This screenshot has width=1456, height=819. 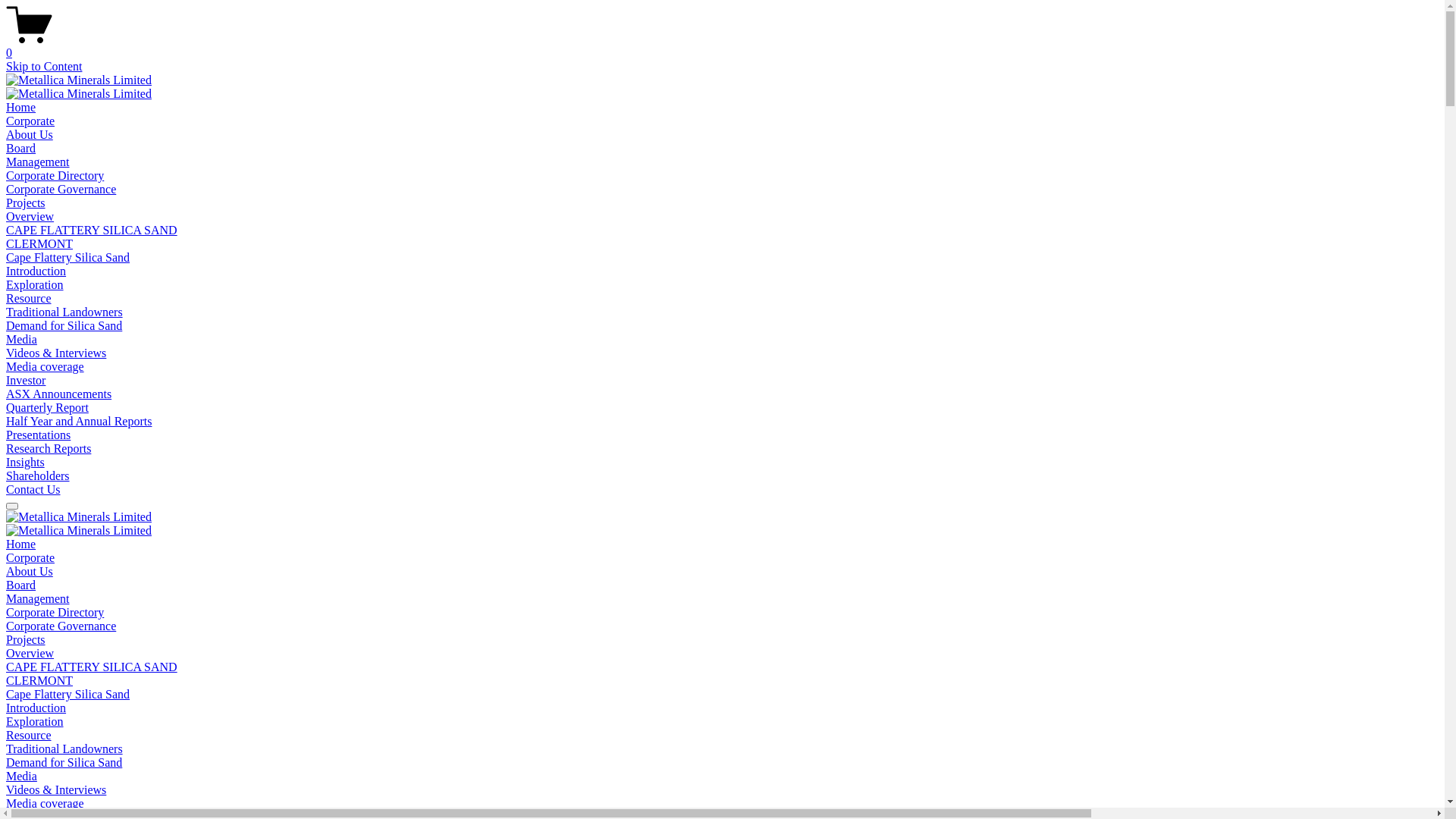 I want to click on 'CLERMONT', so click(x=39, y=243).